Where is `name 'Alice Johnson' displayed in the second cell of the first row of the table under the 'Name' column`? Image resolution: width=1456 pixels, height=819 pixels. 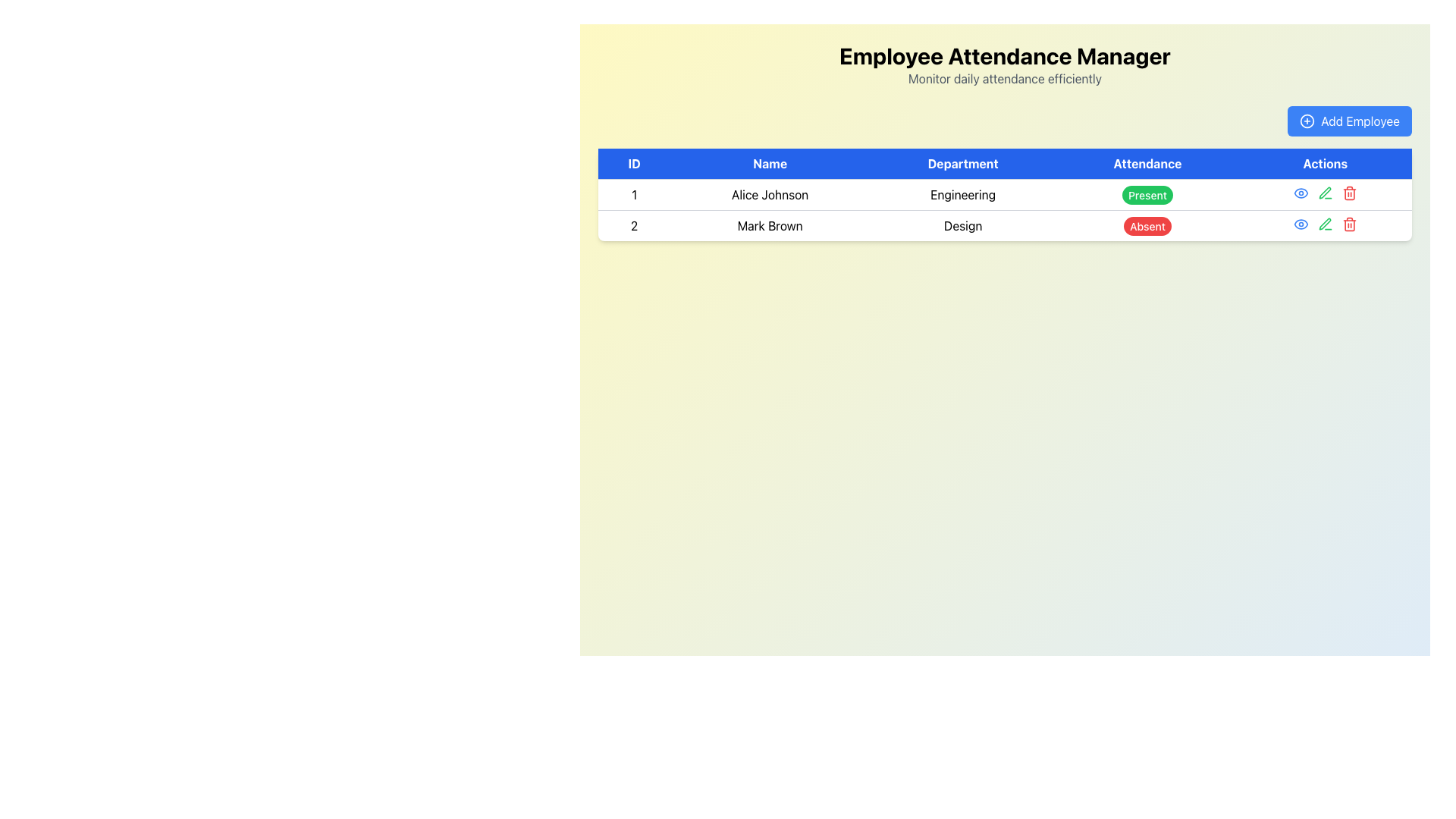
name 'Alice Johnson' displayed in the second cell of the first row of the table under the 'Name' column is located at coordinates (770, 194).